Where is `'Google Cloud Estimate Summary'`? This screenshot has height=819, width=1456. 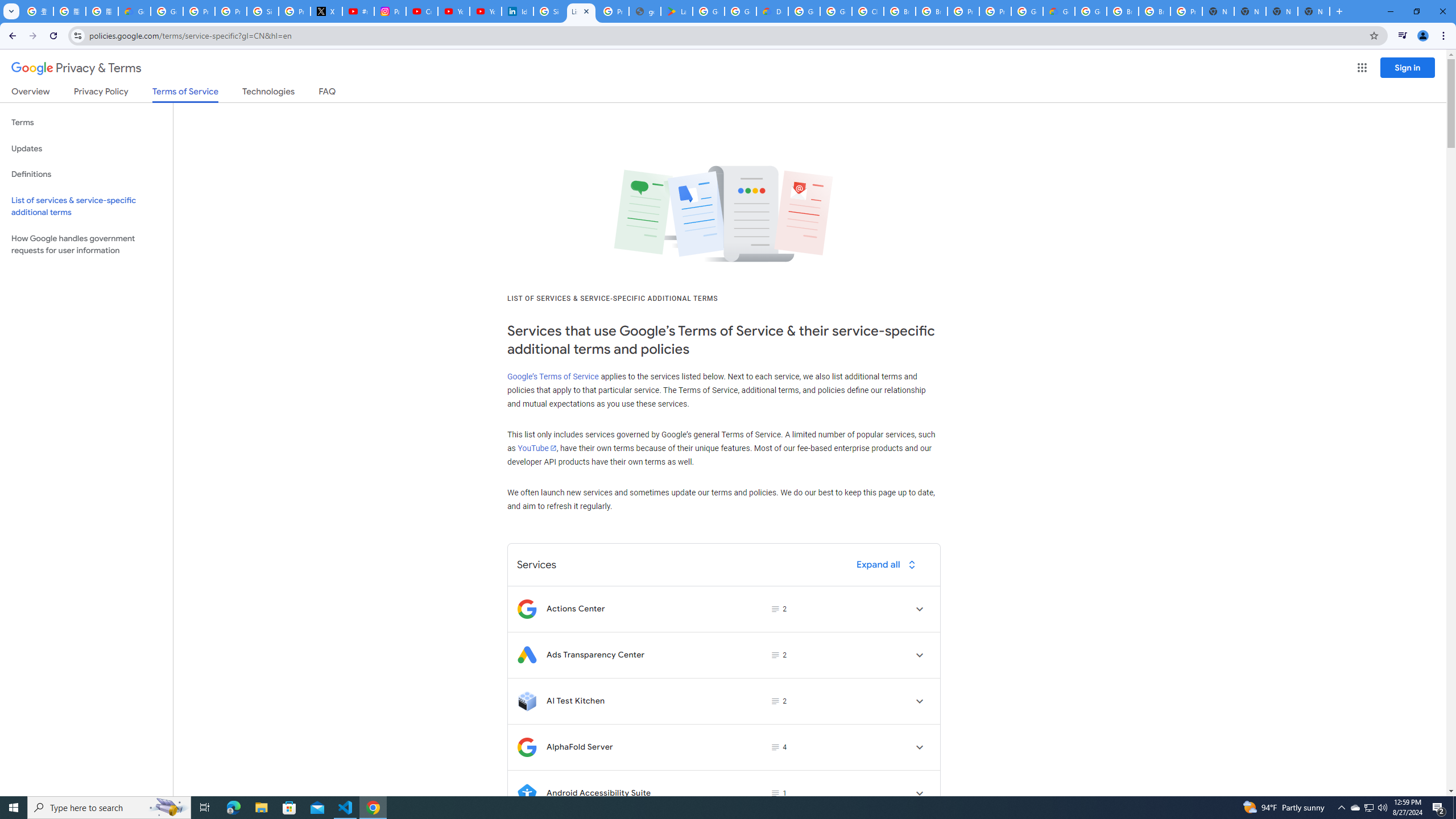 'Google Cloud Estimate Summary' is located at coordinates (1059, 11).